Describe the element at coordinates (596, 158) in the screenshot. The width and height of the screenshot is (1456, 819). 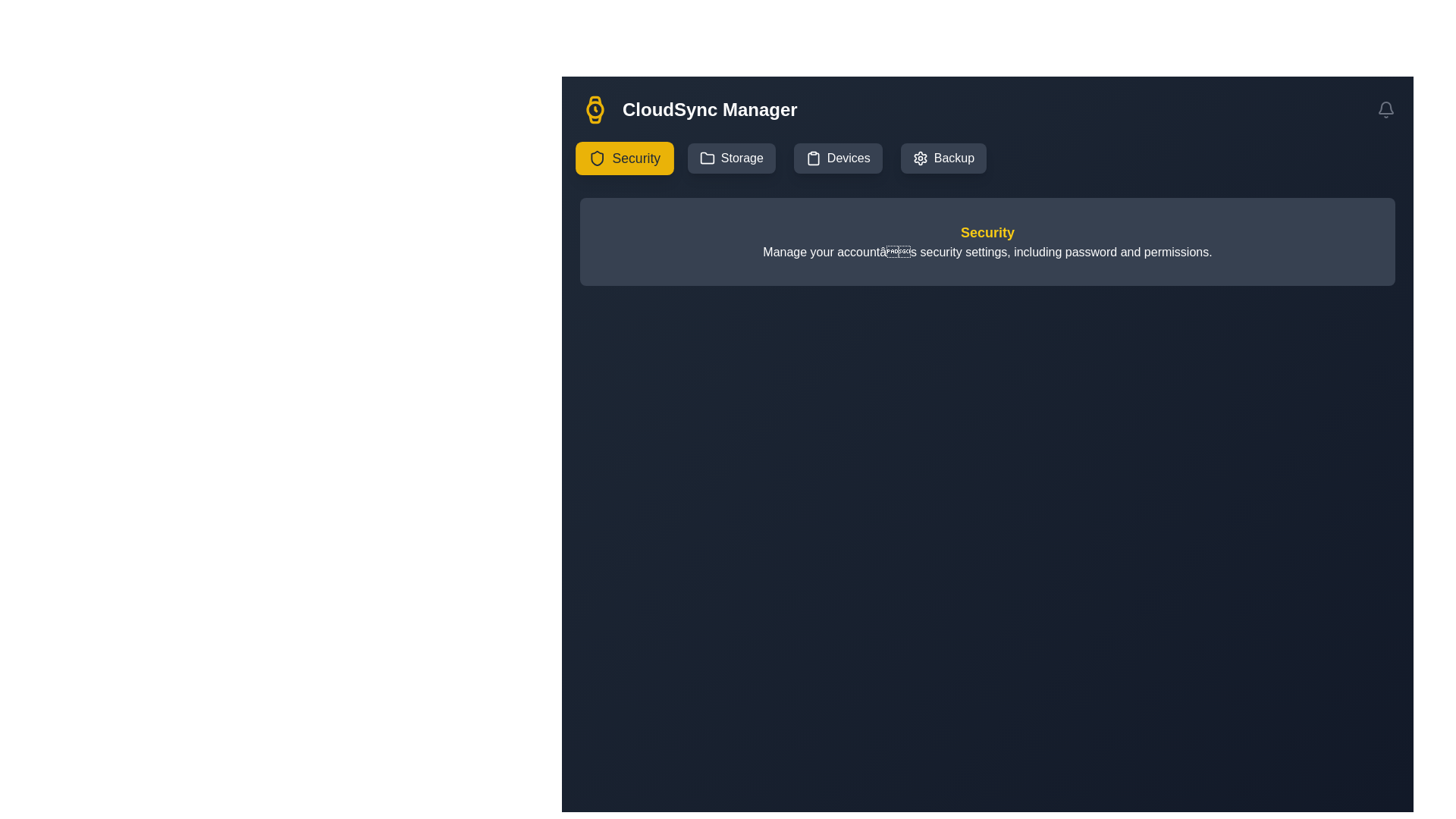
I see `the yellow 'Security' button that contains a minimalist shield icon` at that location.